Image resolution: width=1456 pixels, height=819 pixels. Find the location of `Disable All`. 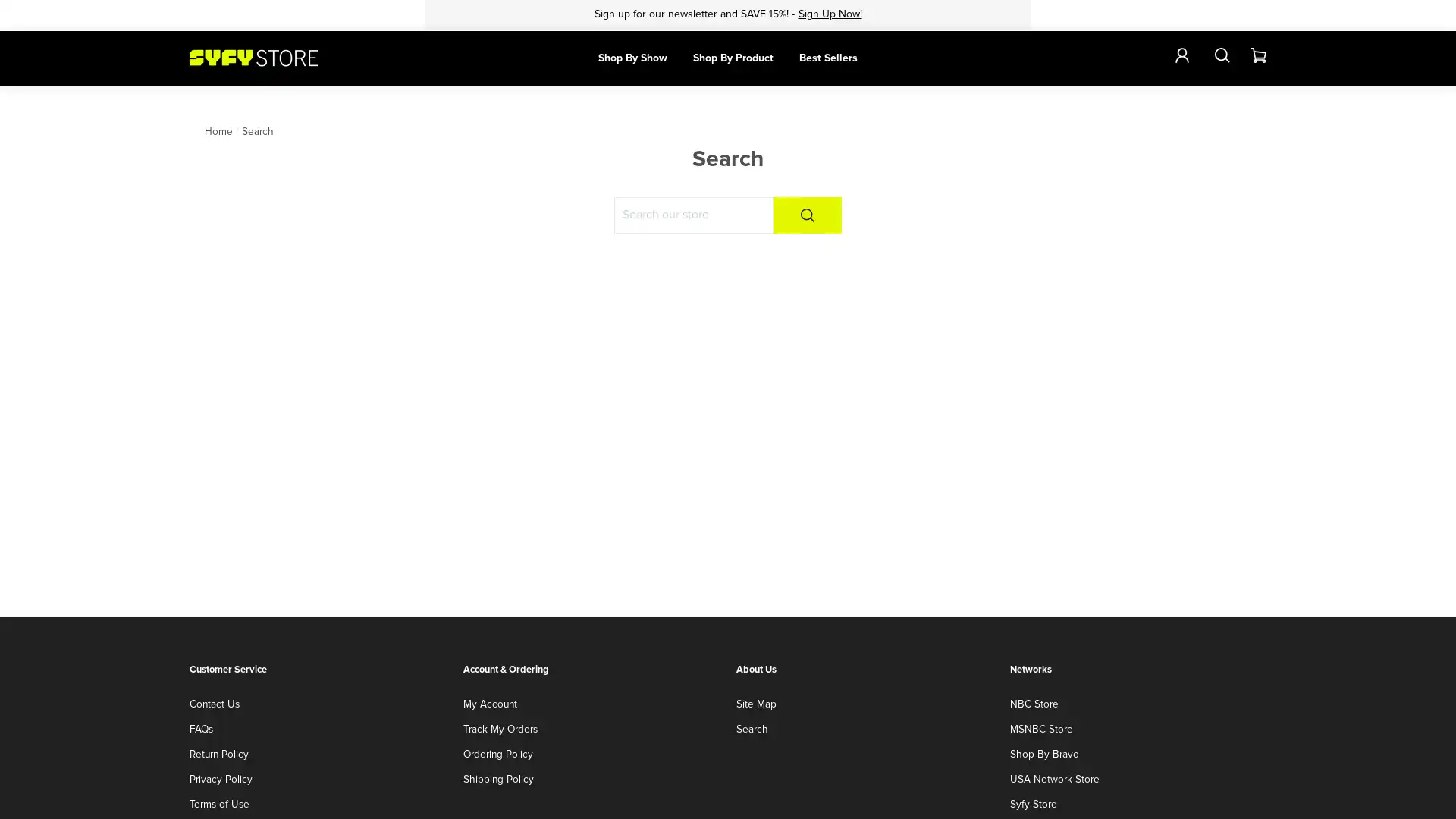

Disable All is located at coordinates (1167, 792).